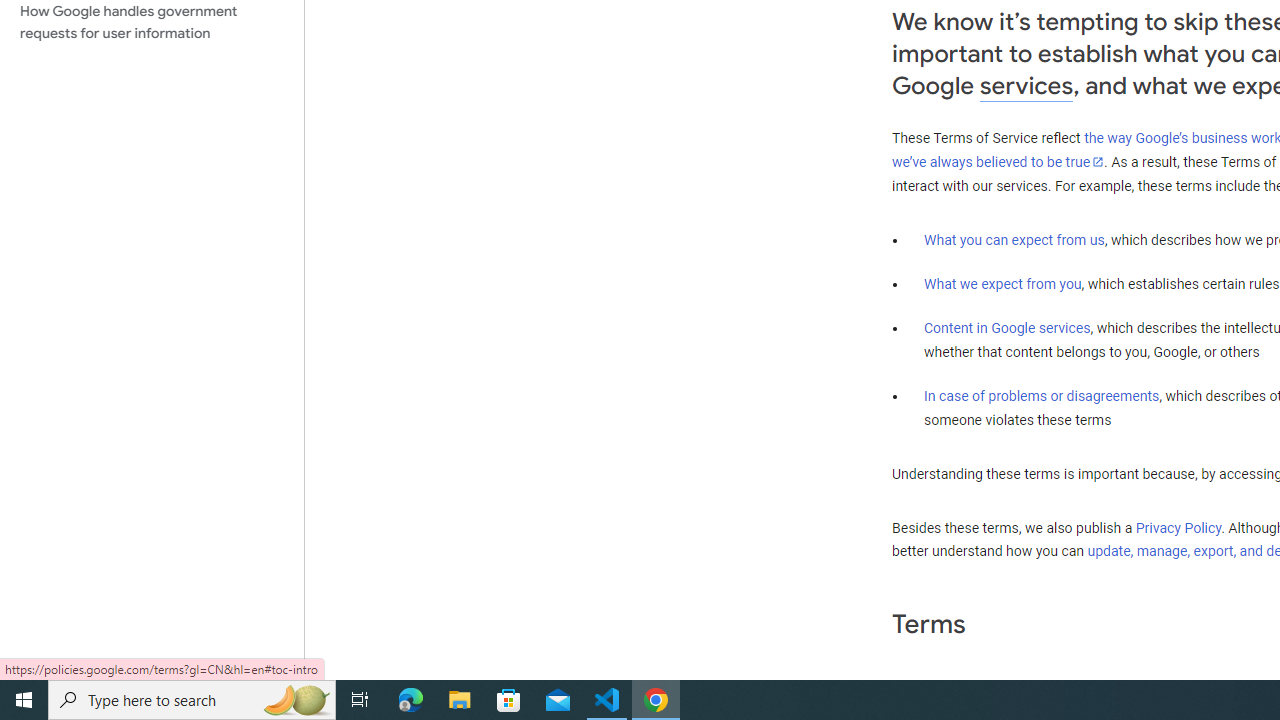  What do you see at coordinates (1002, 284) in the screenshot?
I see `'What we expect from you'` at bounding box center [1002, 284].